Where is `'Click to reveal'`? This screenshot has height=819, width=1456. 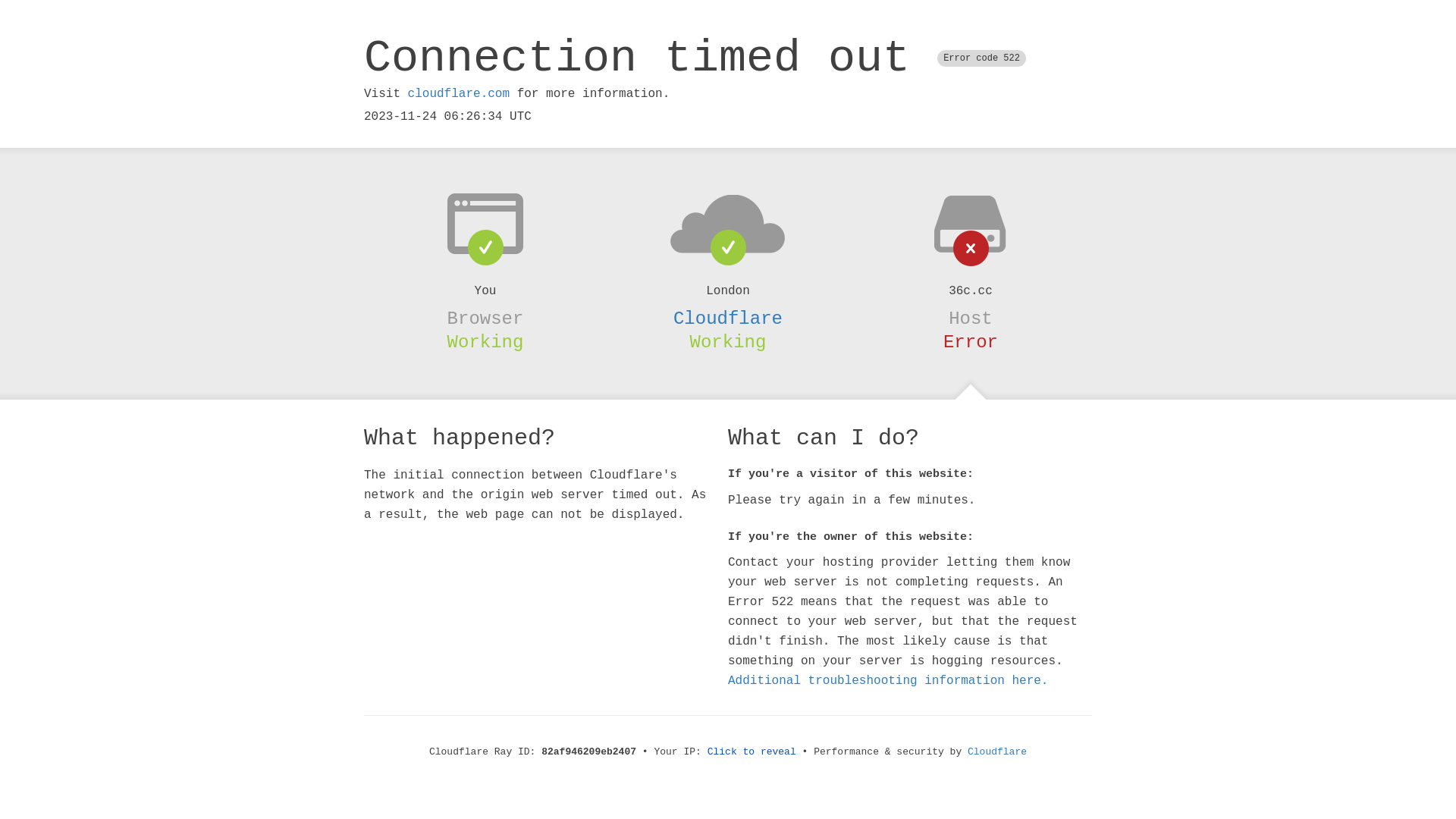 'Click to reveal' is located at coordinates (752, 752).